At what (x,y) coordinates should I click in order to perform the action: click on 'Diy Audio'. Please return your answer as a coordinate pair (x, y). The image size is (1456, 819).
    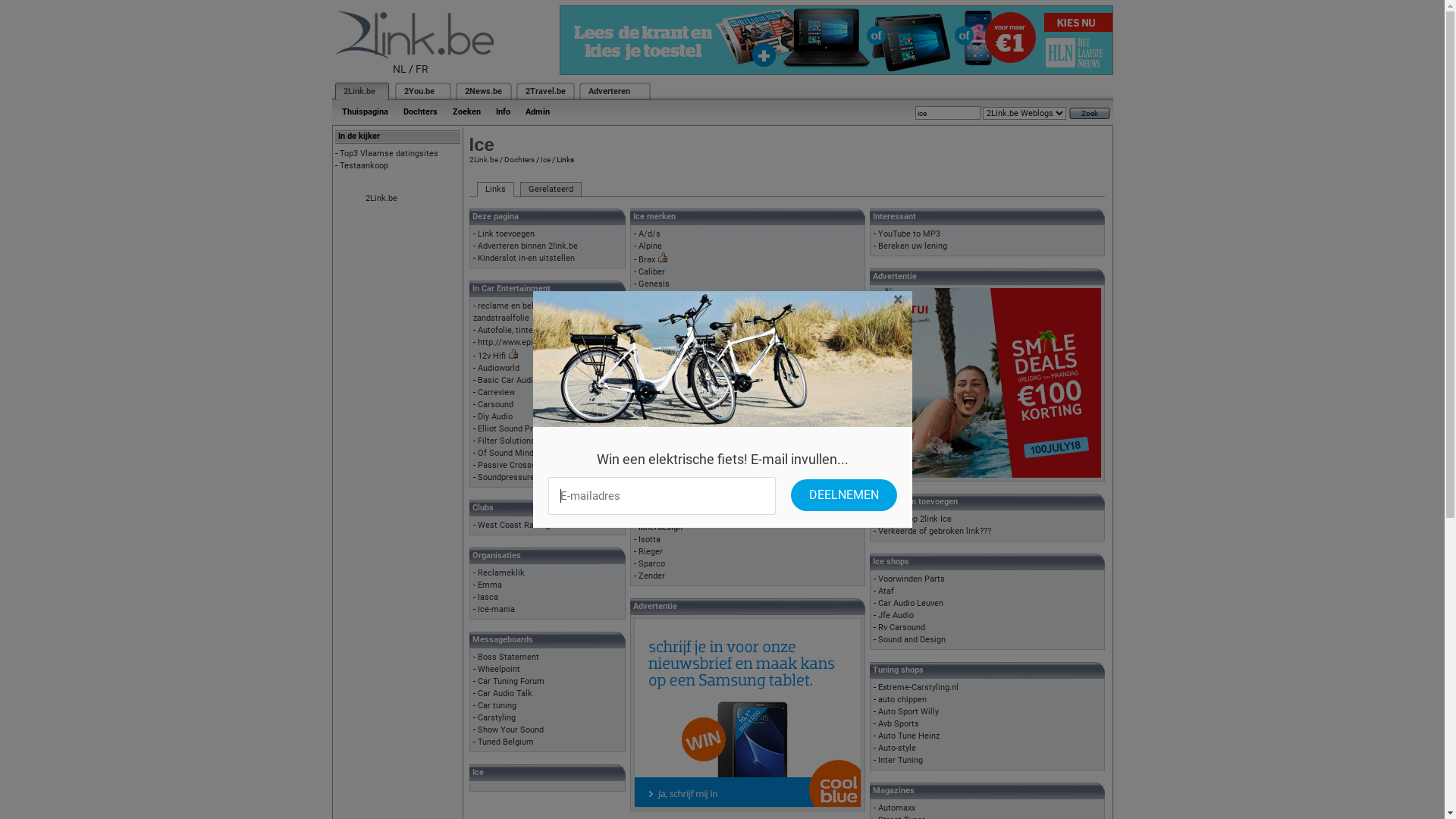
    Looking at the image, I should click on (494, 416).